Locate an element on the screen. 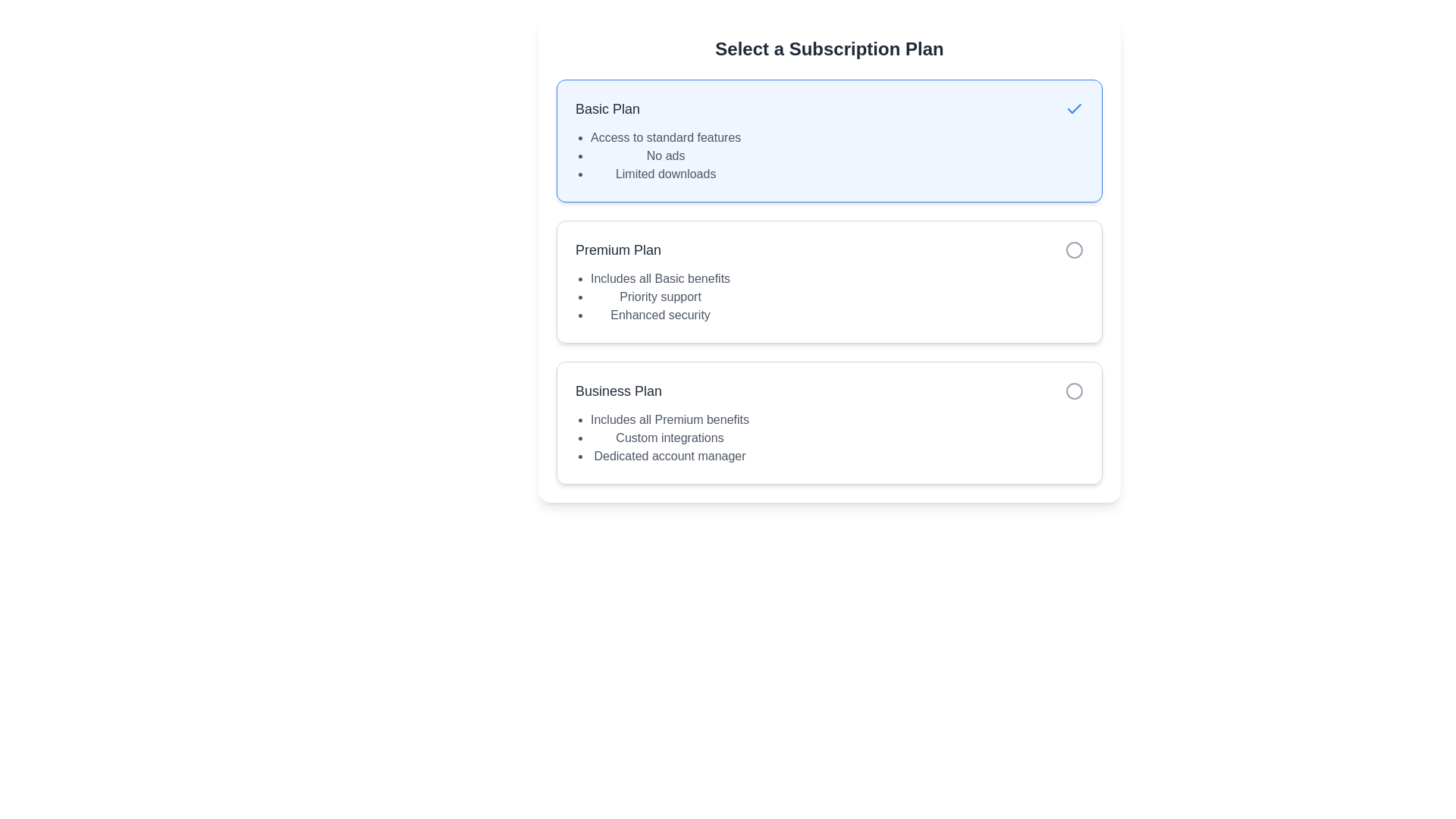 Image resolution: width=1456 pixels, height=819 pixels. the text element that conveys the benefit of having a dedicated account manager in the Business Plan section, which is the last item in the bulleted list is located at coordinates (669, 455).